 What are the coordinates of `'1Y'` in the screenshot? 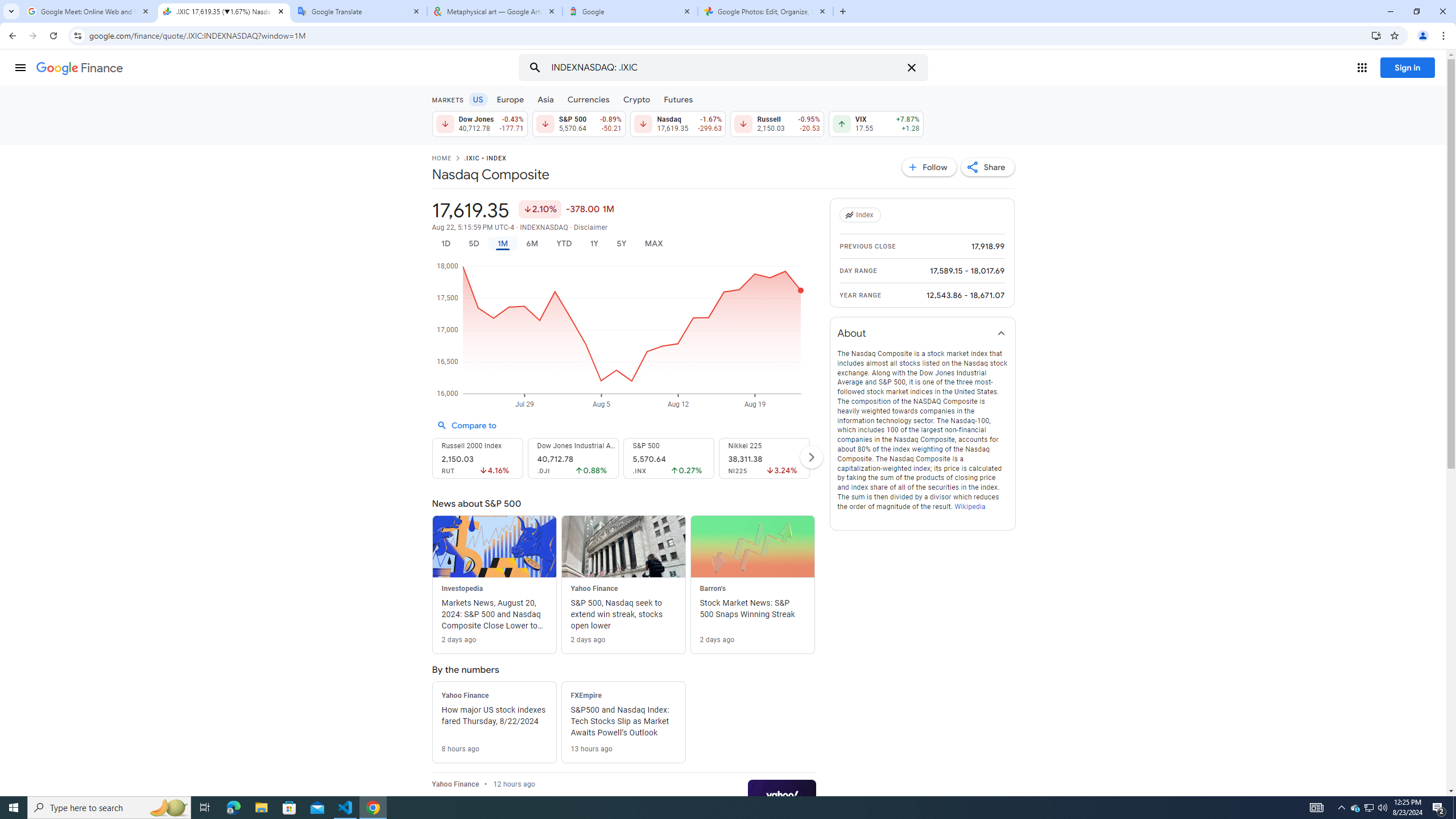 It's located at (594, 243).